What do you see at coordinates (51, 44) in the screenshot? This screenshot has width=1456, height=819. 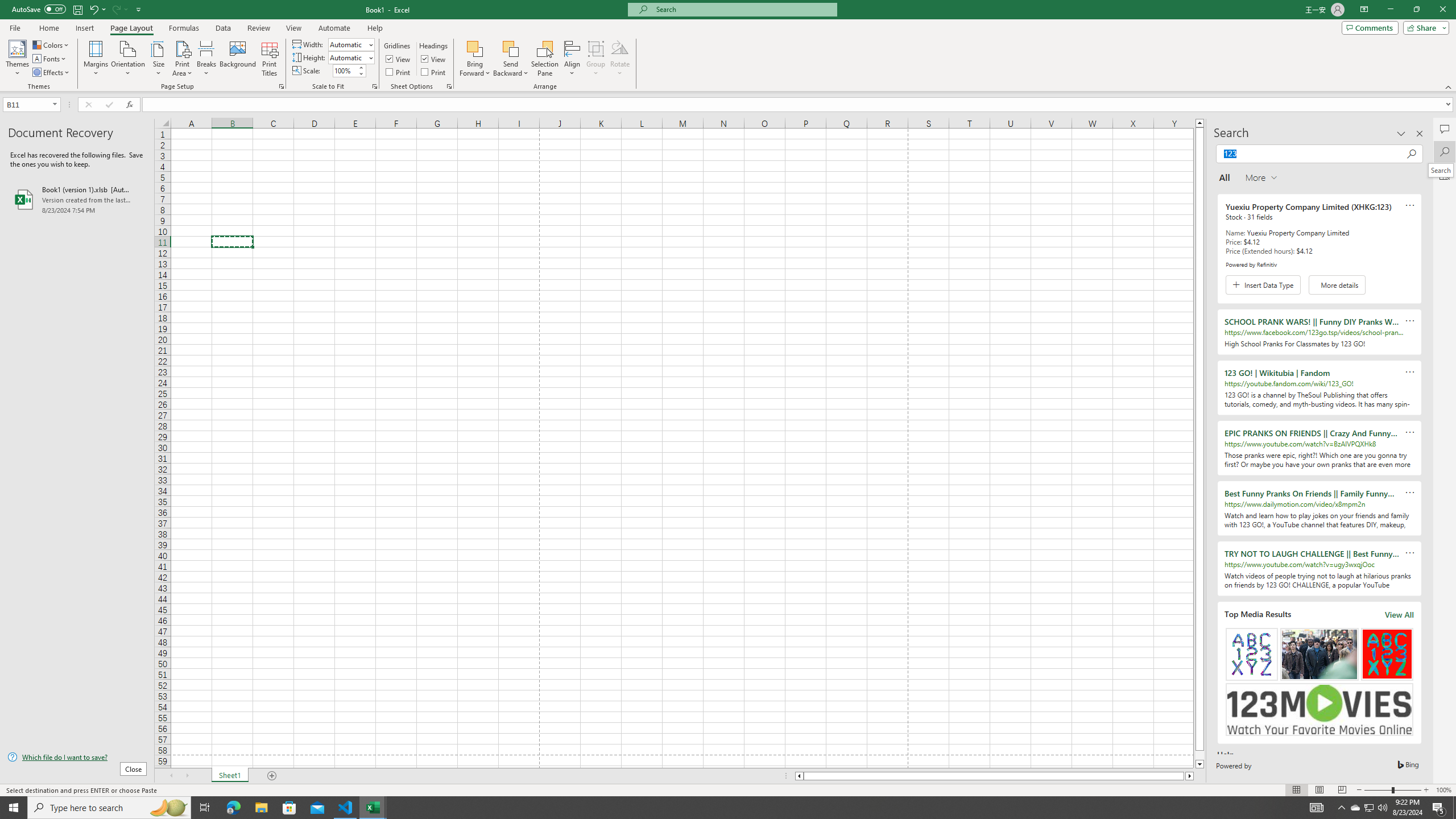 I see `'Colors'` at bounding box center [51, 44].